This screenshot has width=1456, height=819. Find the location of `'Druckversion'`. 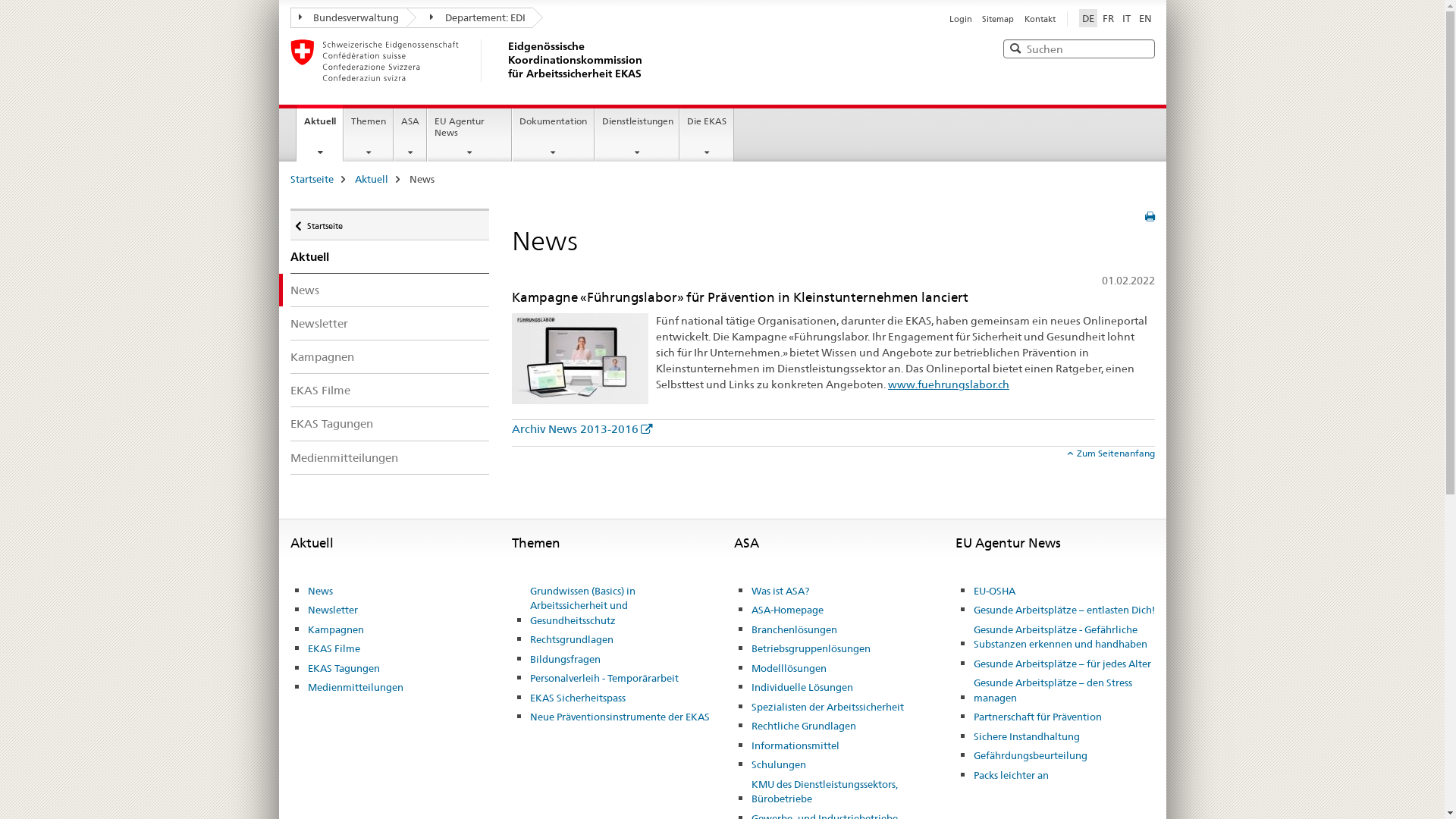

'Druckversion' is located at coordinates (1145, 216).